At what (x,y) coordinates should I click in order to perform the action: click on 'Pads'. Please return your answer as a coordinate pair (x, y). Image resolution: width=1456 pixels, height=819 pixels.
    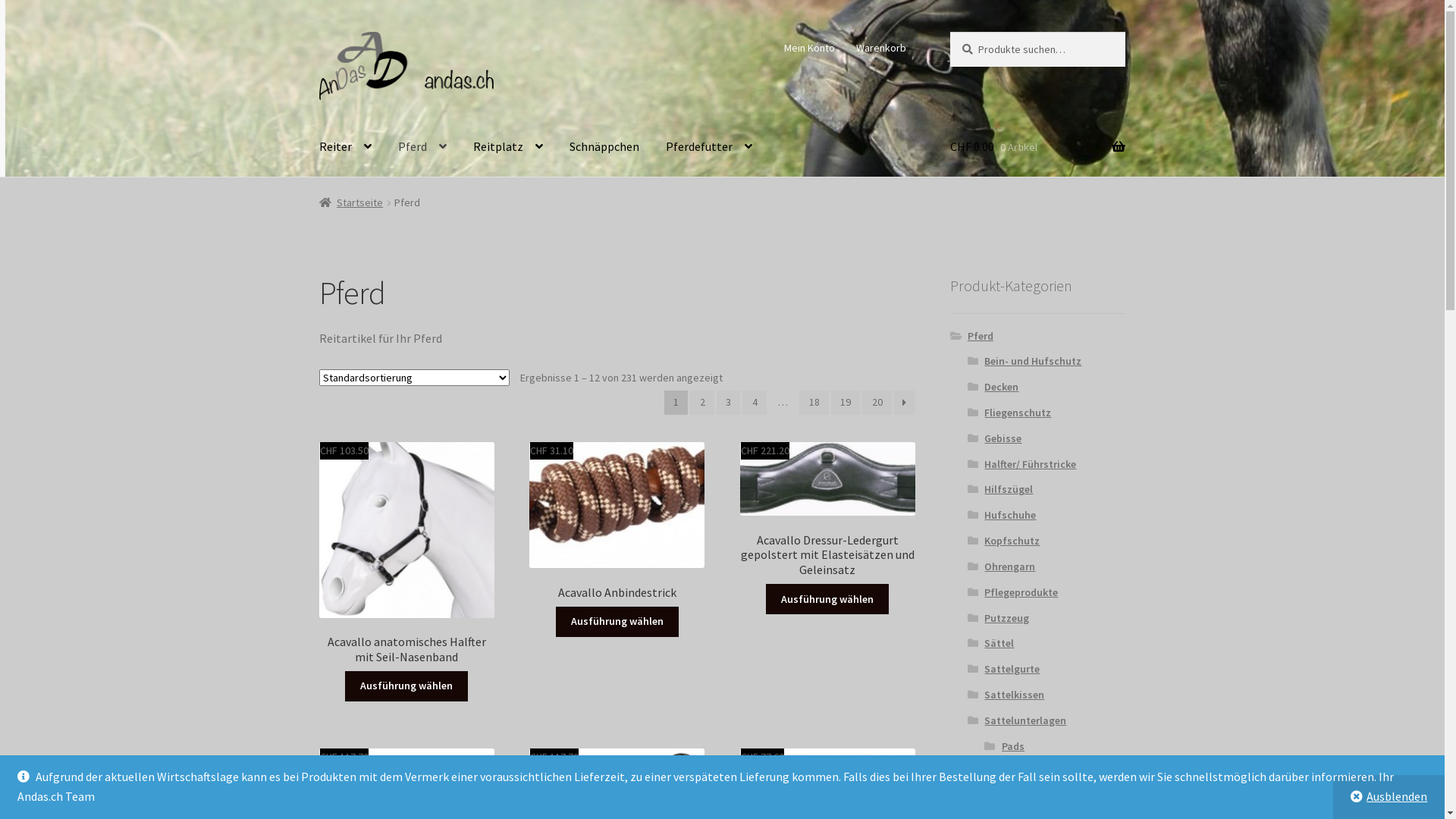
    Looking at the image, I should click on (1012, 745).